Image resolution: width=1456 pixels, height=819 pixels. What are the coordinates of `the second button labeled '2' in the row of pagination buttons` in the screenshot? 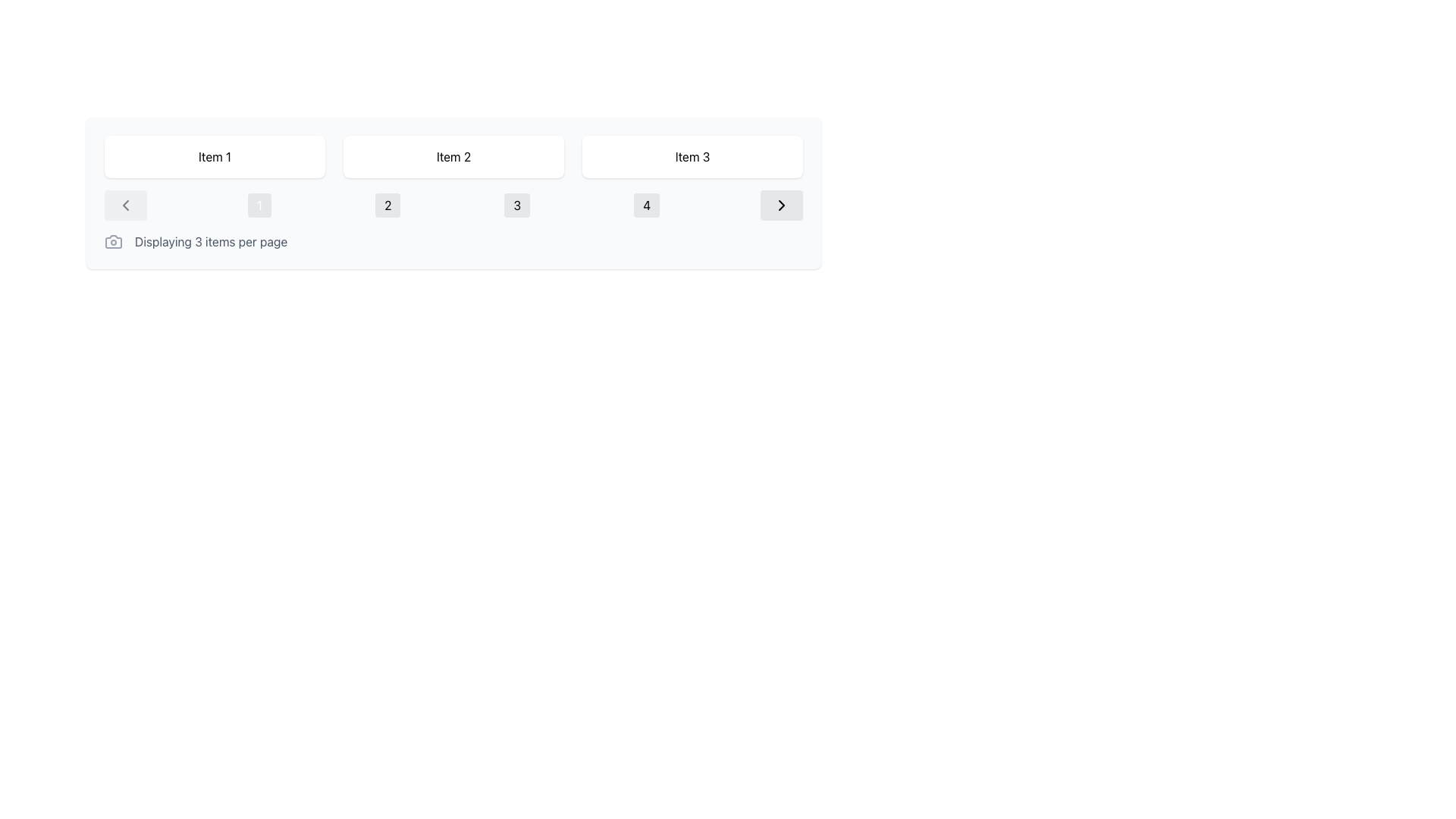 It's located at (388, 205).